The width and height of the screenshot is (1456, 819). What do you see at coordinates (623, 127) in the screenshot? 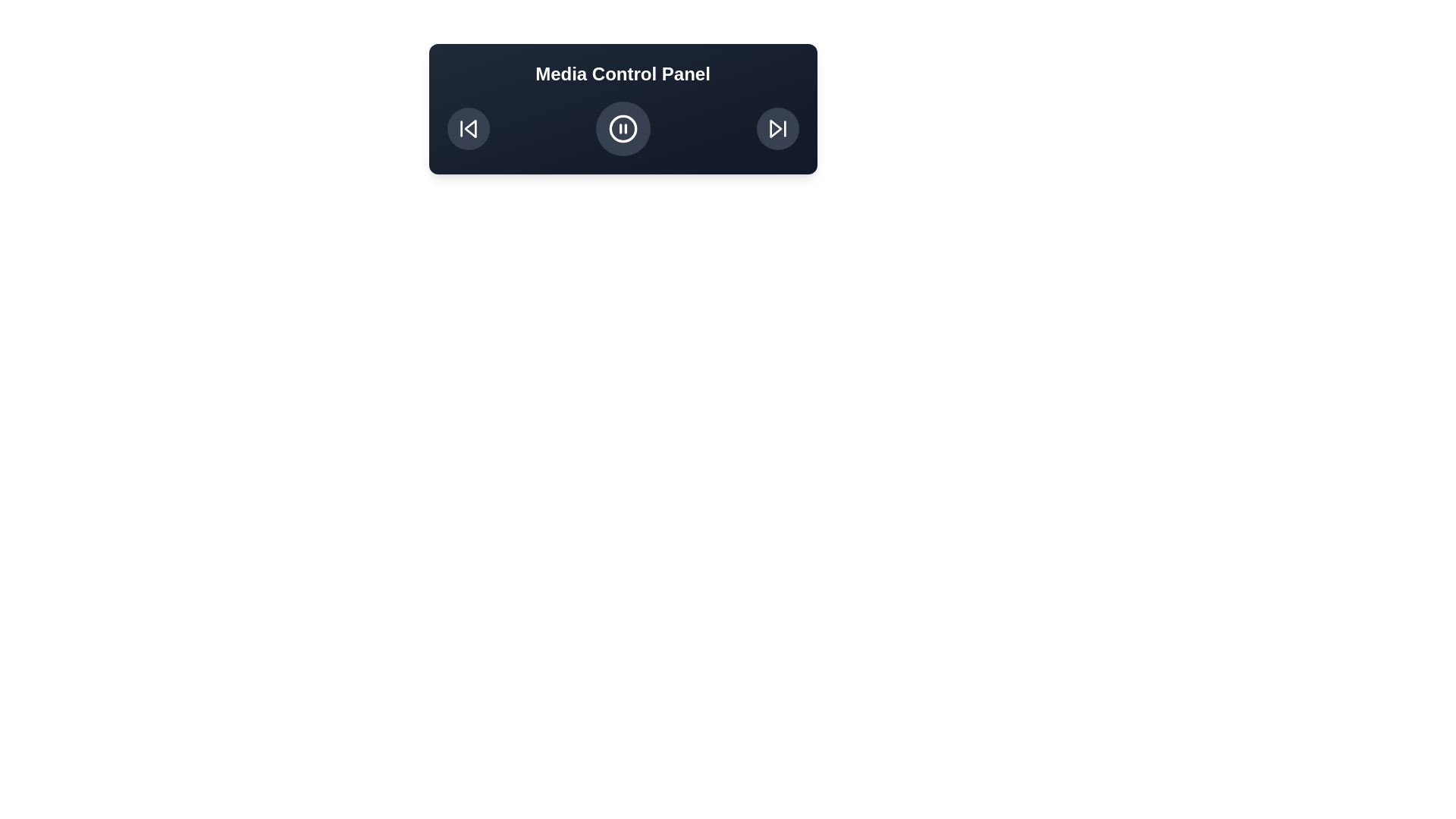
I see `the circular outline element surrounding the pause icon` at bounding box center [623, 127].